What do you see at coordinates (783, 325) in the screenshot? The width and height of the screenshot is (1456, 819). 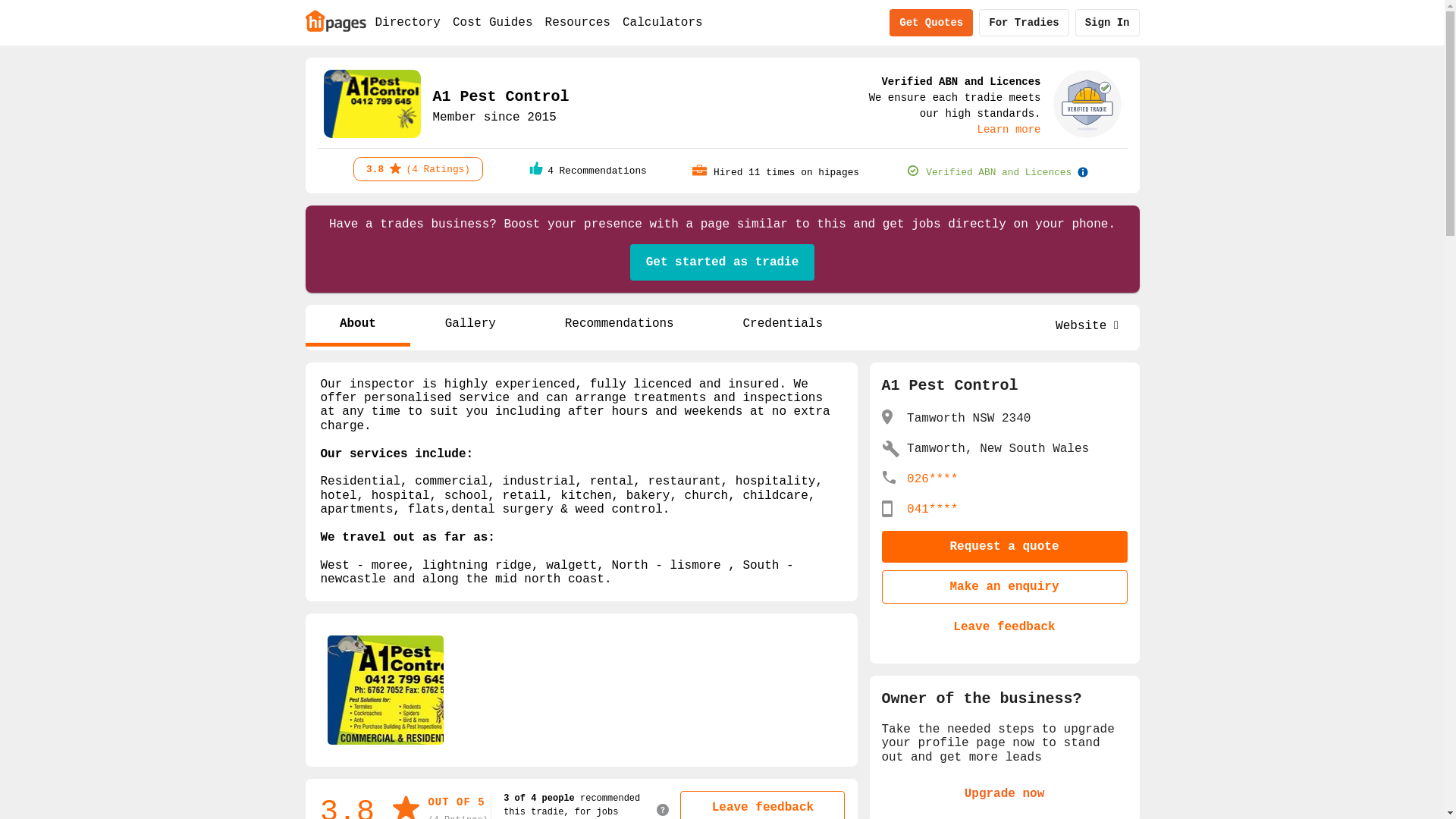 I see `'Credentials'` at bounding box center [783, 325].